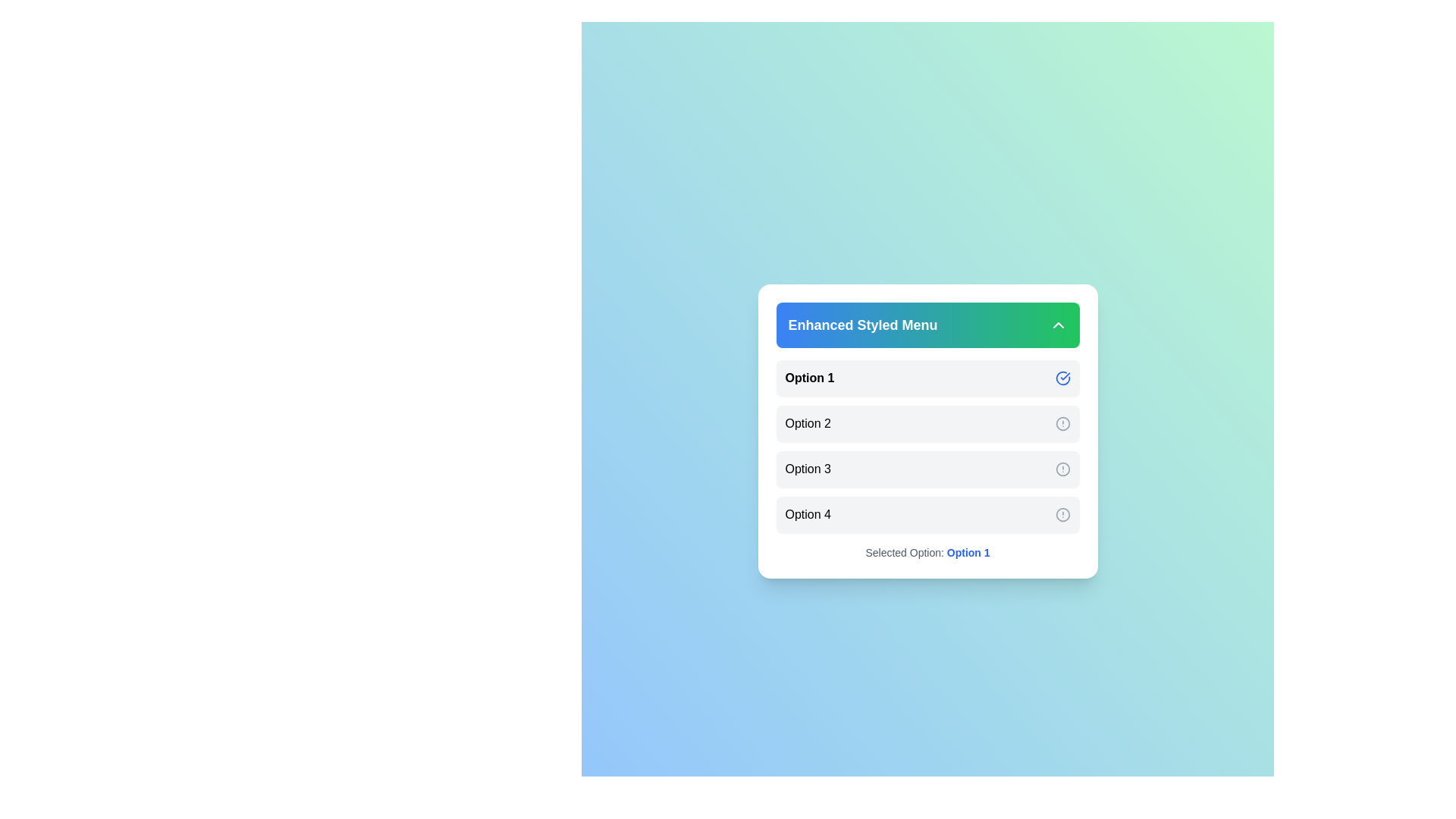 The image size is (1456, 819). What do you see at coordinates (927, 377) in the screenshot?
I see `the menu option Option 1 by clicking on it` at bounding box center [927, 377].